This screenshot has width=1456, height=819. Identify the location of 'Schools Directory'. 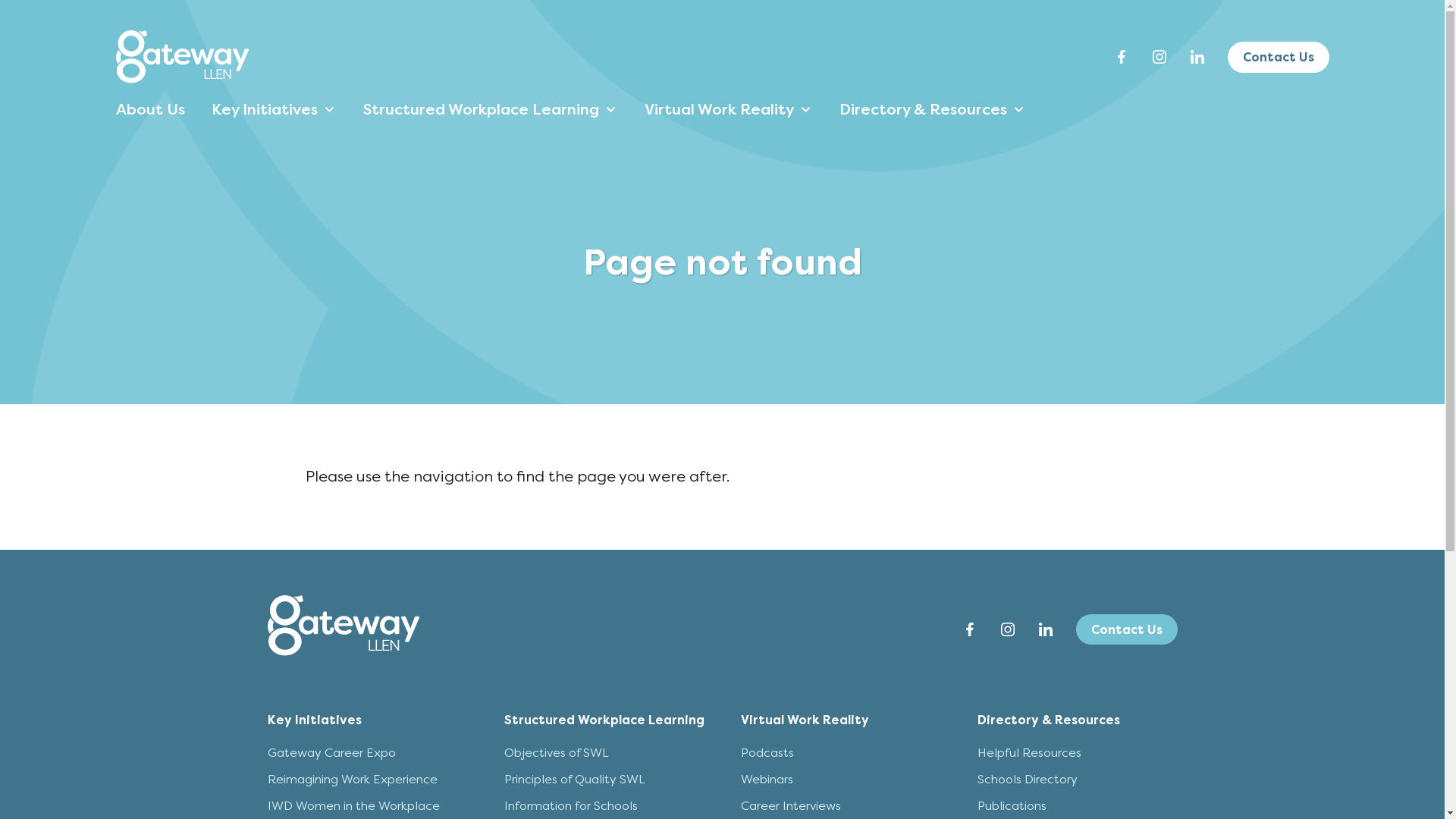
(976, 779).